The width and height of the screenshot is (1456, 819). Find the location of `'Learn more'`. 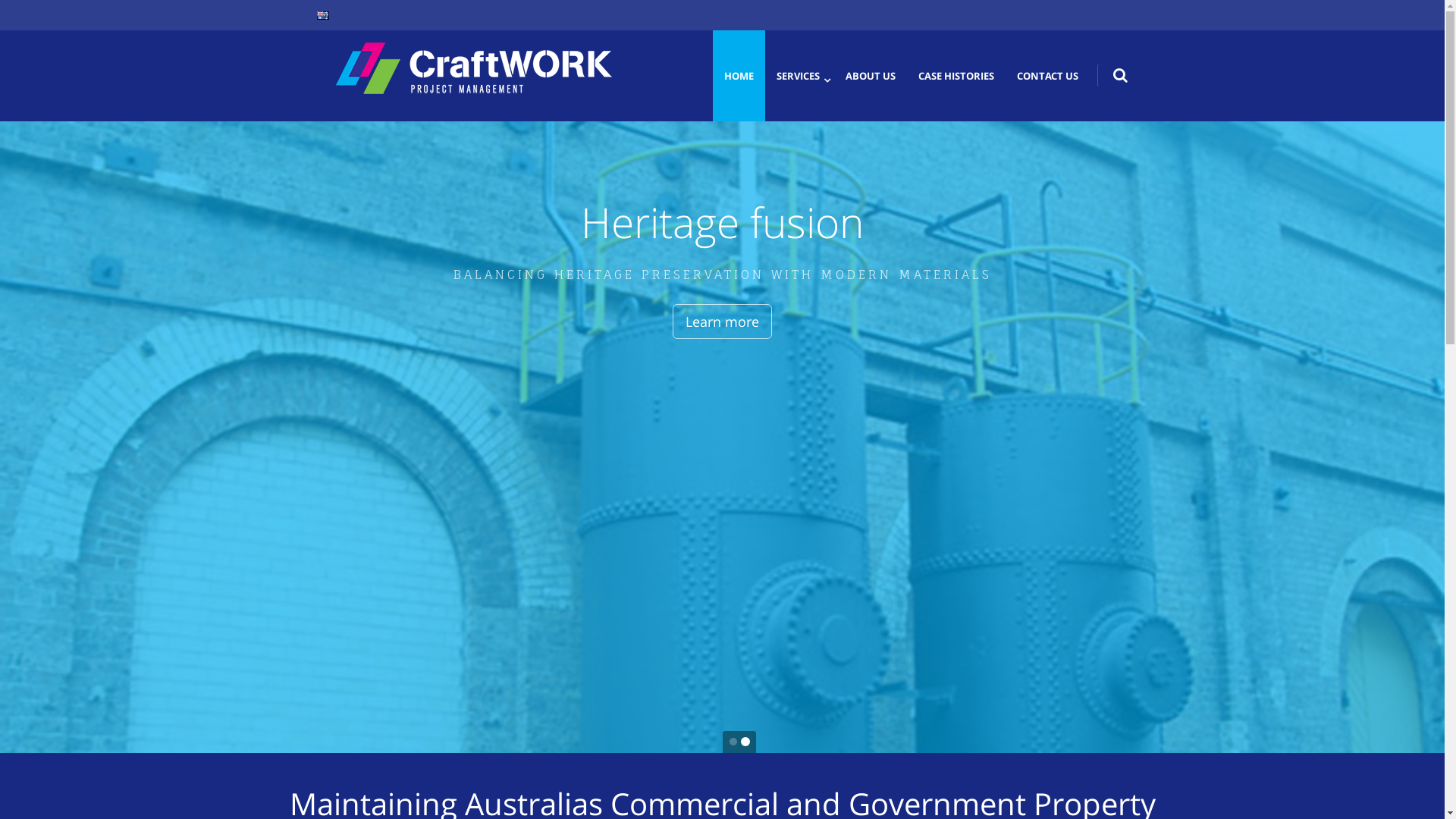

'Learn more' is located at coordinates (691, 321).